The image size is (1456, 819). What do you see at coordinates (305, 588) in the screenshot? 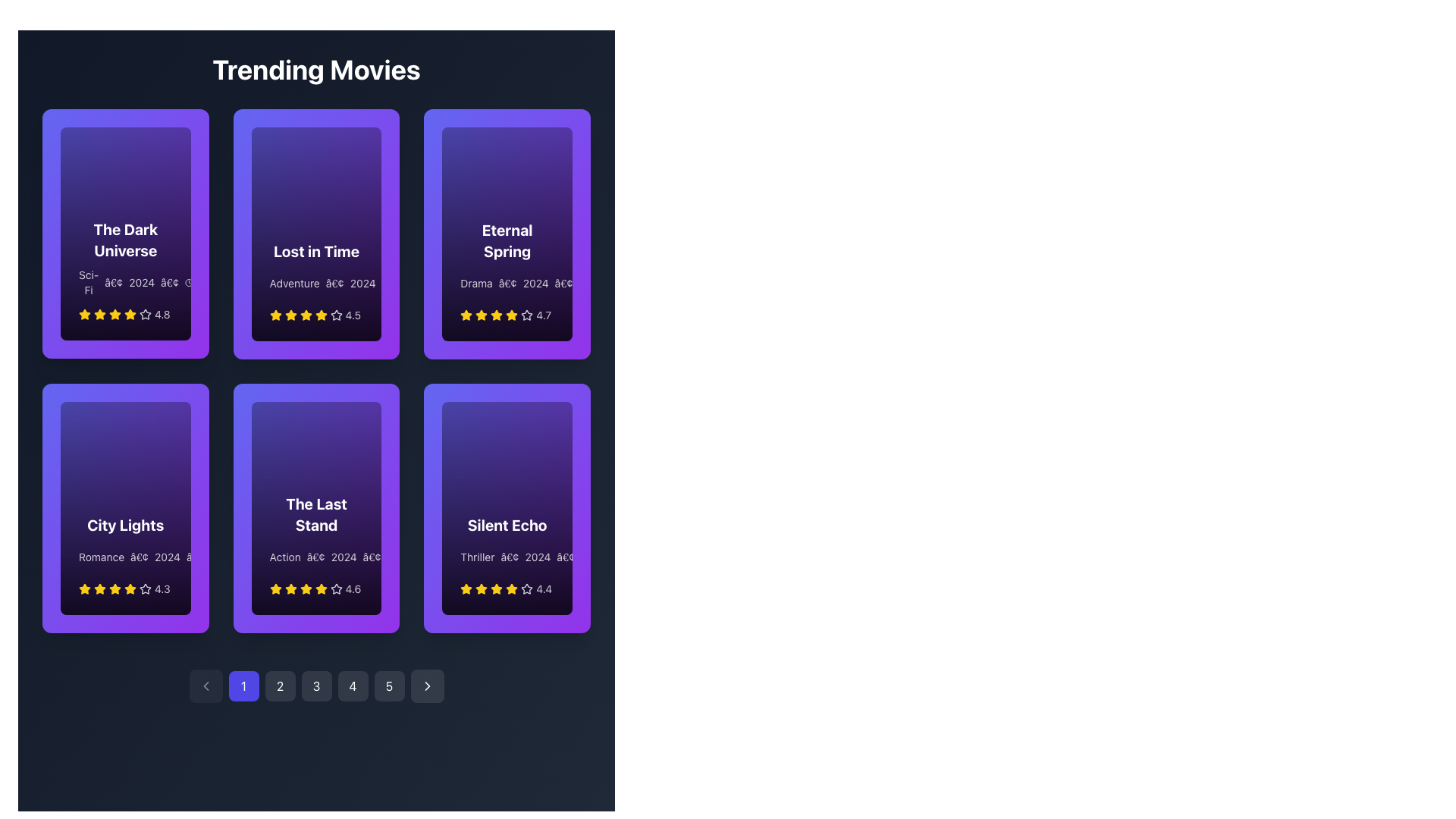
I see `the state of the fourth star icon in the five-star rating system below the movie card titled 'The Last Stand'` at bounding box center [305, 588].